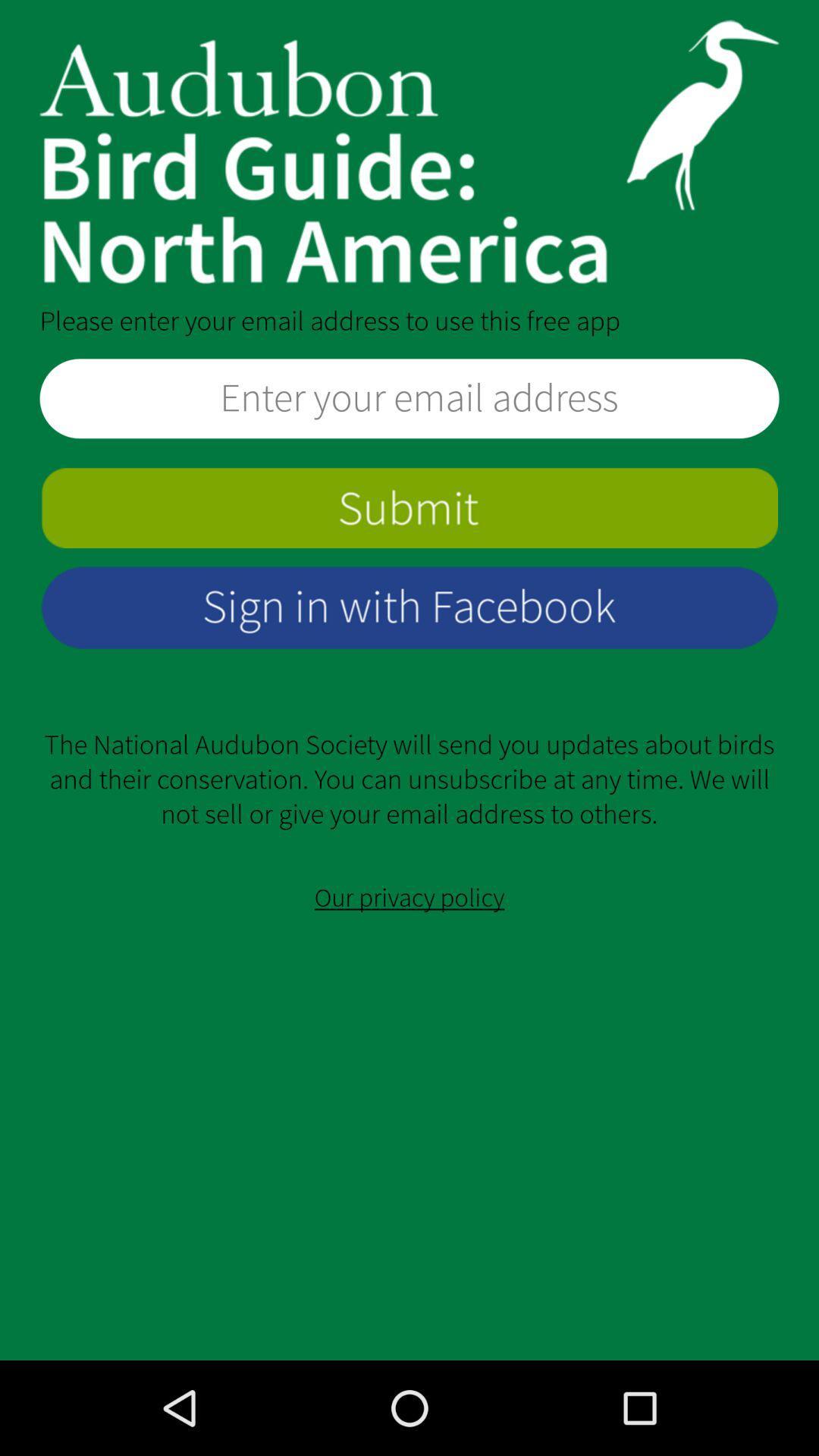 This screenshot has height=1456, width=819. I want to click on icon below the please enter your item, so click(409, 398).